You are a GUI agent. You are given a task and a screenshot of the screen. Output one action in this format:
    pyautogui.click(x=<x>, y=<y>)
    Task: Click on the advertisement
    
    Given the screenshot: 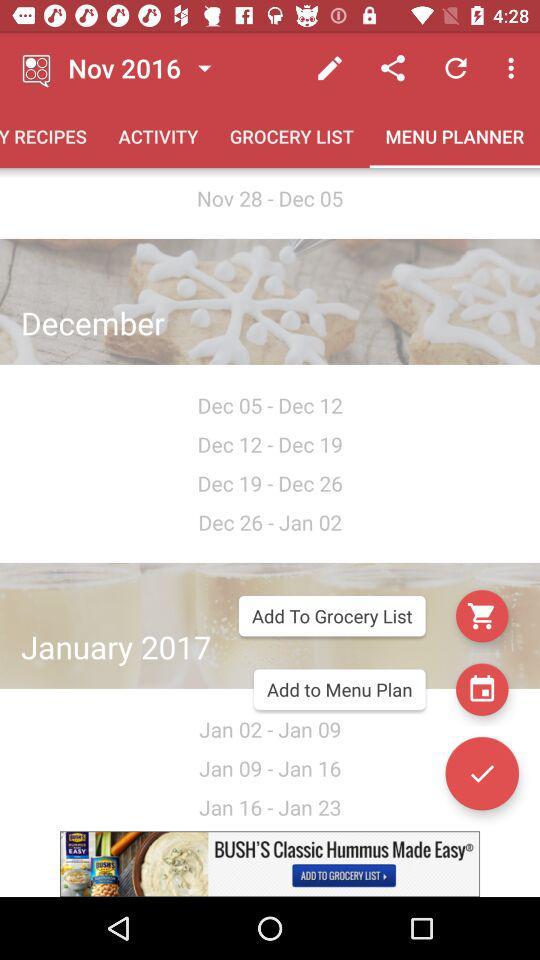 What is the action you would take?
    pyautogui.click(x=270, y=863)
    